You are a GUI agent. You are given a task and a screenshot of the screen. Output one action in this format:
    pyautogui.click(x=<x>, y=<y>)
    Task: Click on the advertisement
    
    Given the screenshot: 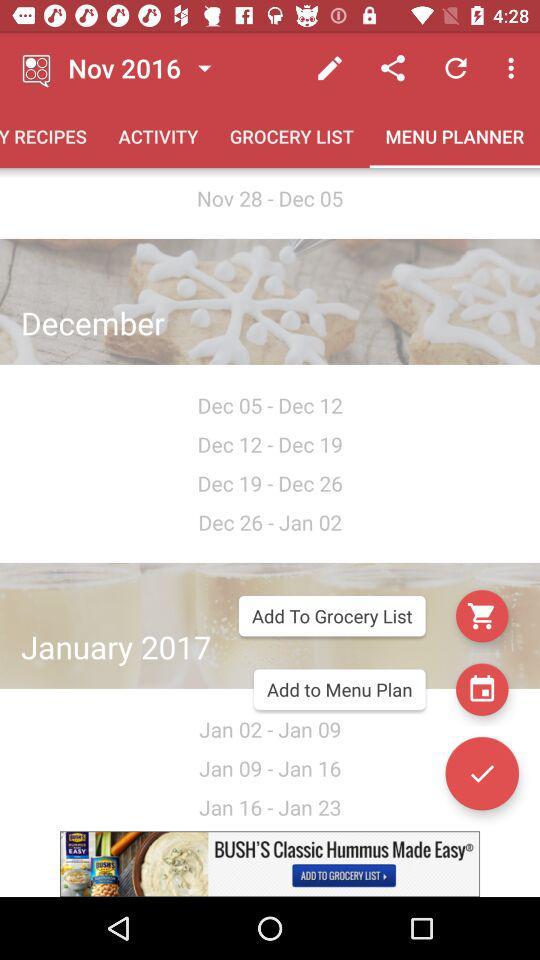 What is the action you would take?
    pyautogui.click(x=270, y=863)
    